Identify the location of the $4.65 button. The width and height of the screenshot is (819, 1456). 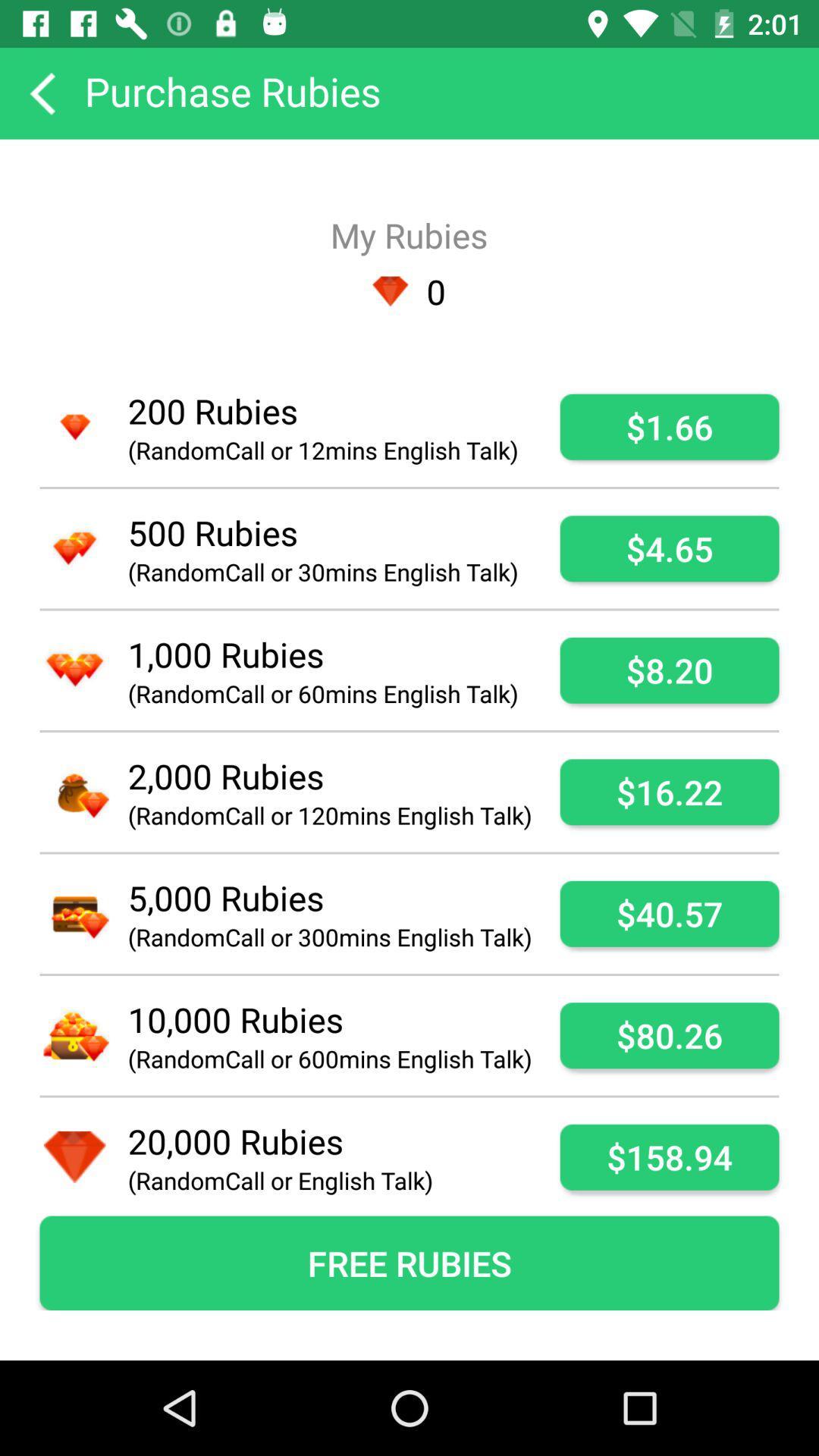
(669, 548).